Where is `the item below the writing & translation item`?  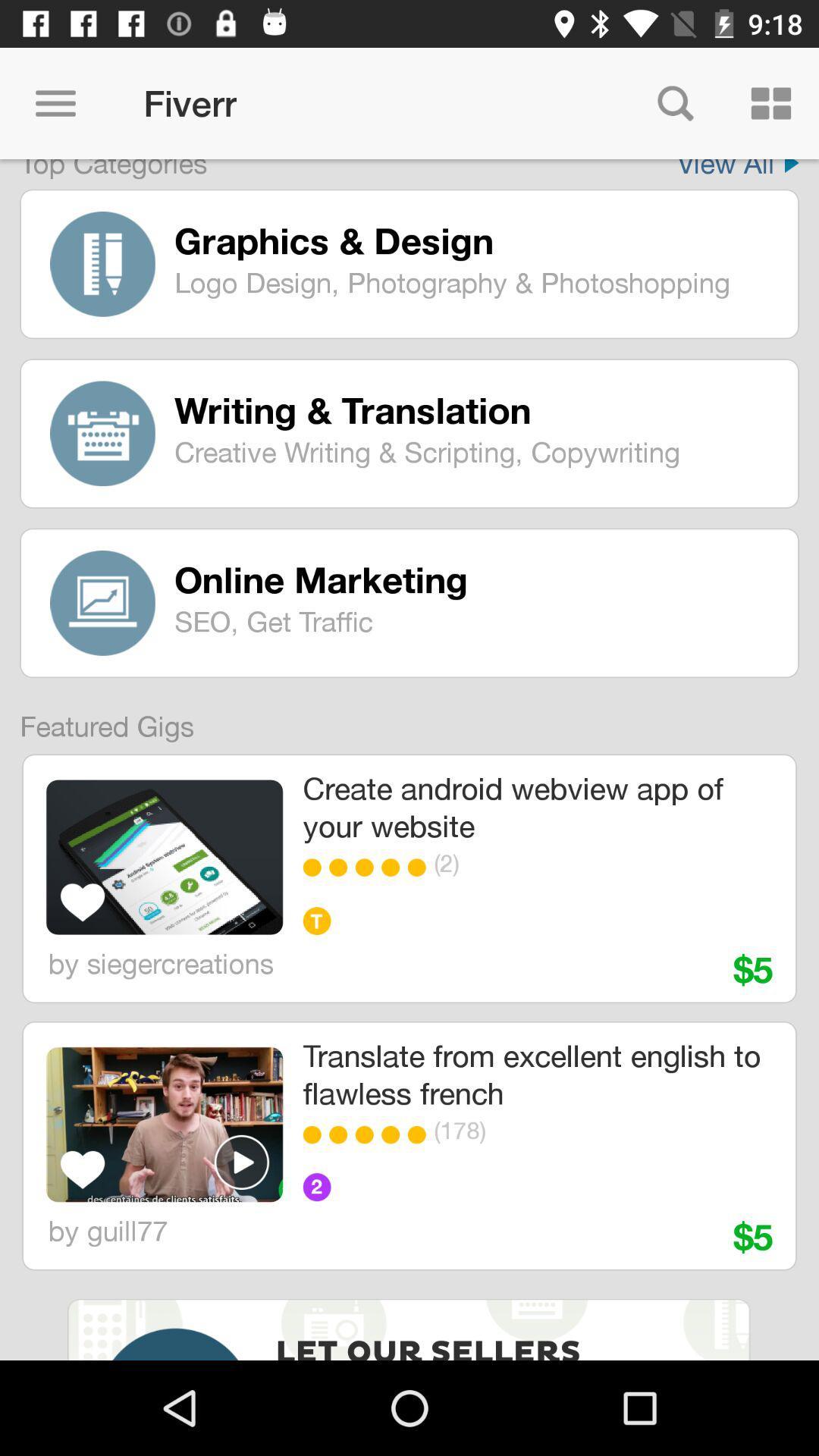
the item below the writing & translation item is located at coordinates (475, 450).